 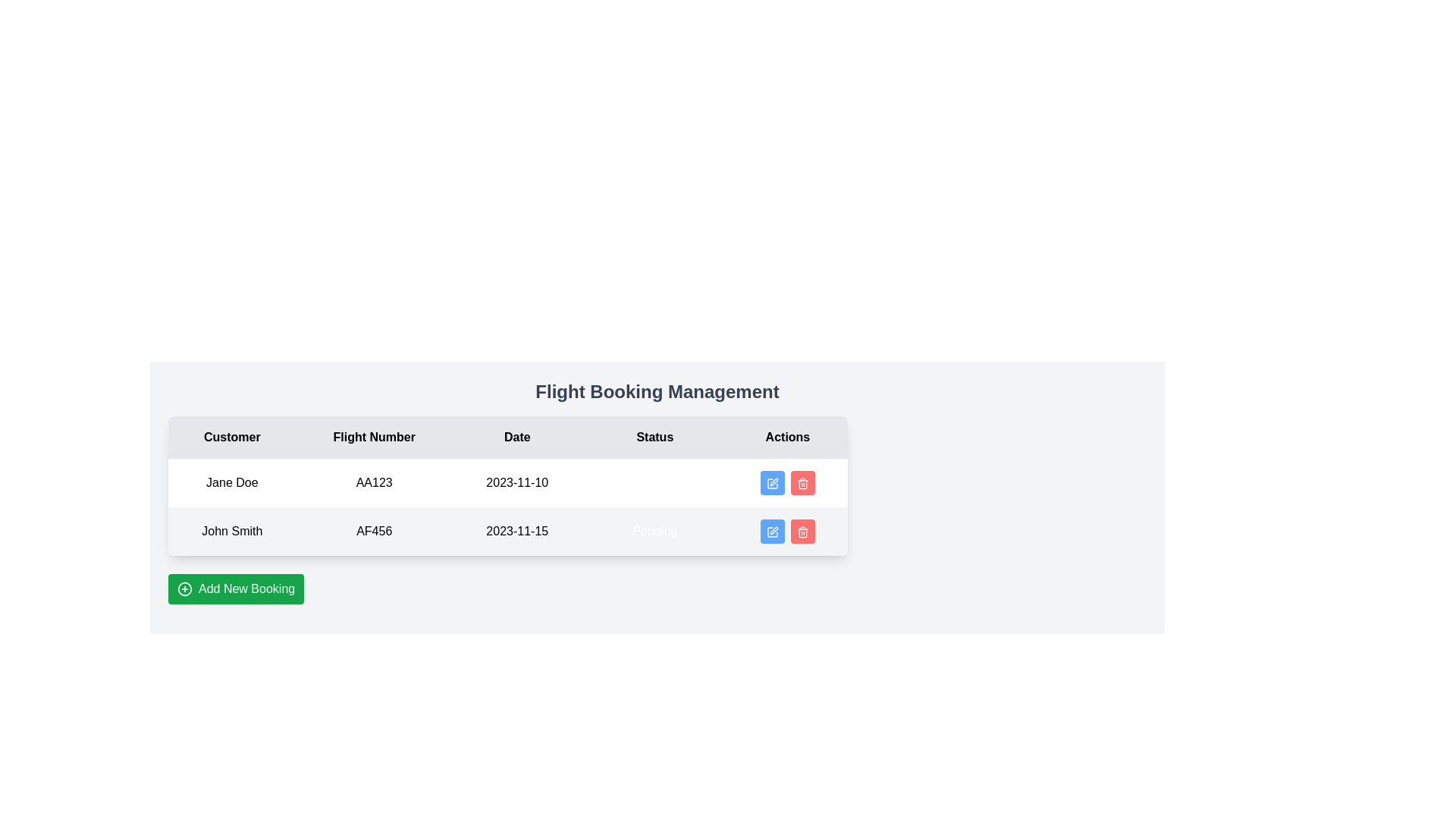 I want to click on the green plus symbol icon enclosed within a circle, located on the left side of the 'Add New Booking' button, near the bottom-left corner of the interface, so click(x=184, y=588).